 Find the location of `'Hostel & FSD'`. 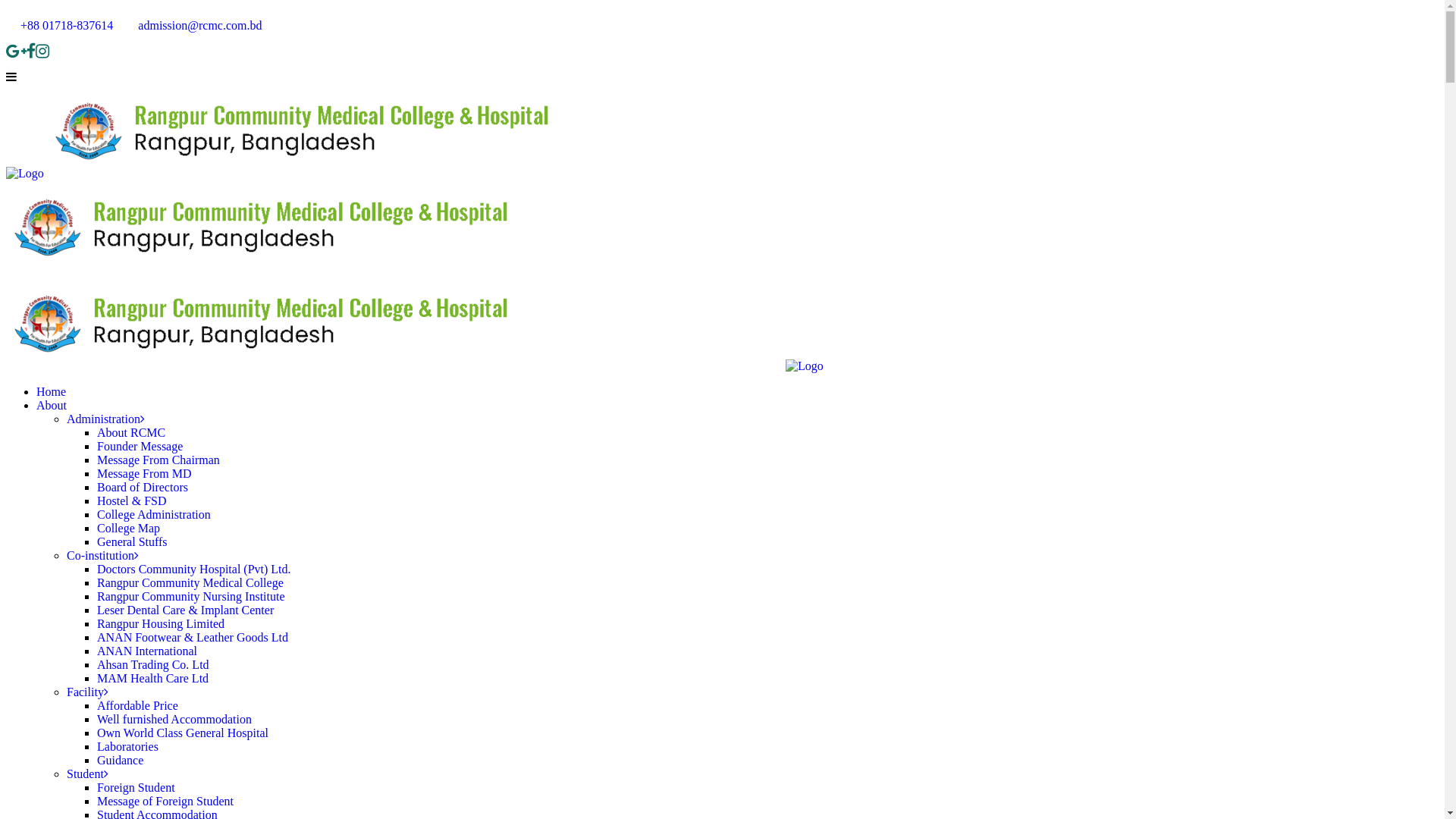

'Hostel & FSD' is located at coordinates (131, 500).